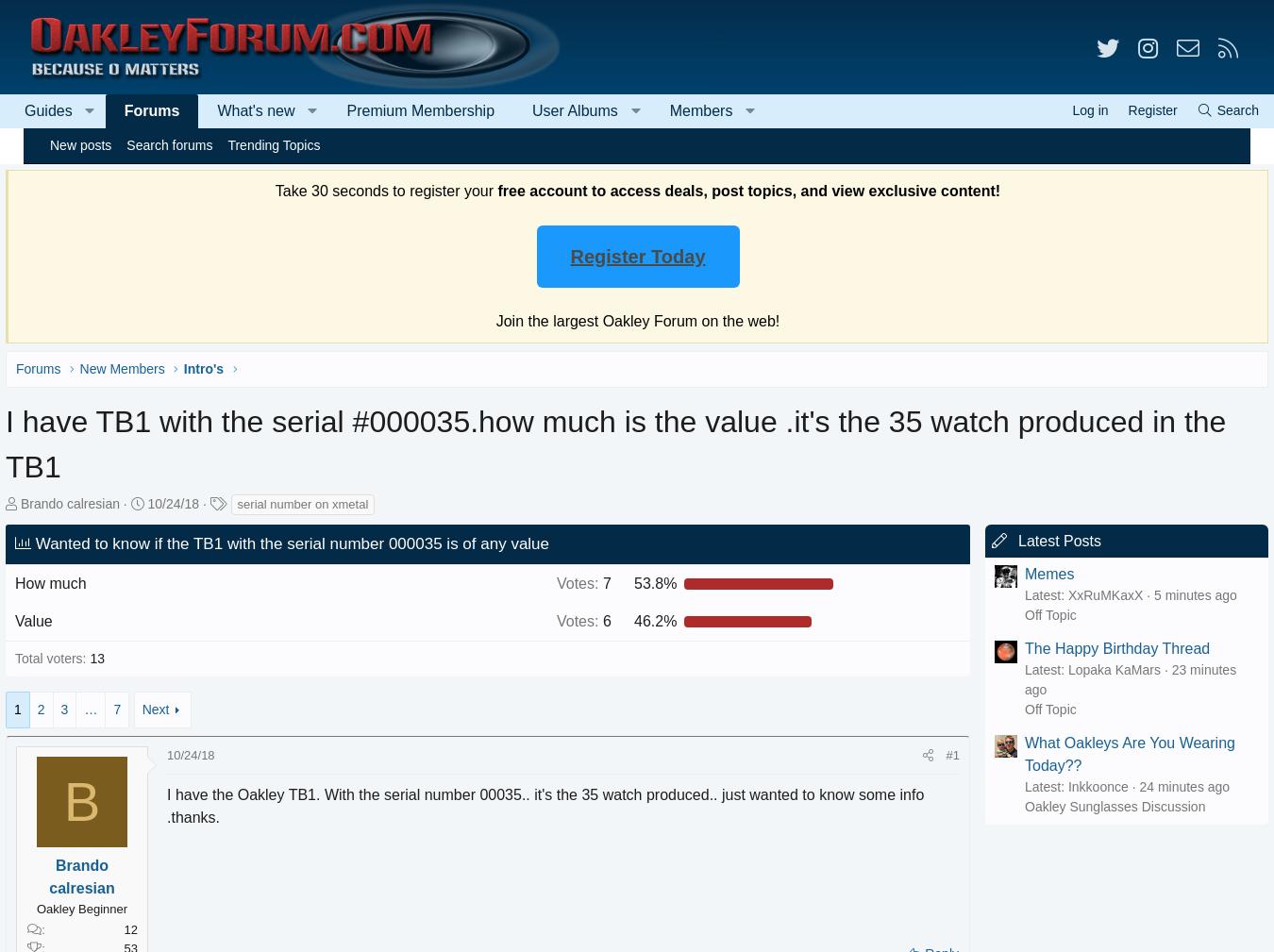 This screenshot has height=952, width=1274. Describe the element at coordinates (91, 708) in the screenshot. I see `'3'` at that location.